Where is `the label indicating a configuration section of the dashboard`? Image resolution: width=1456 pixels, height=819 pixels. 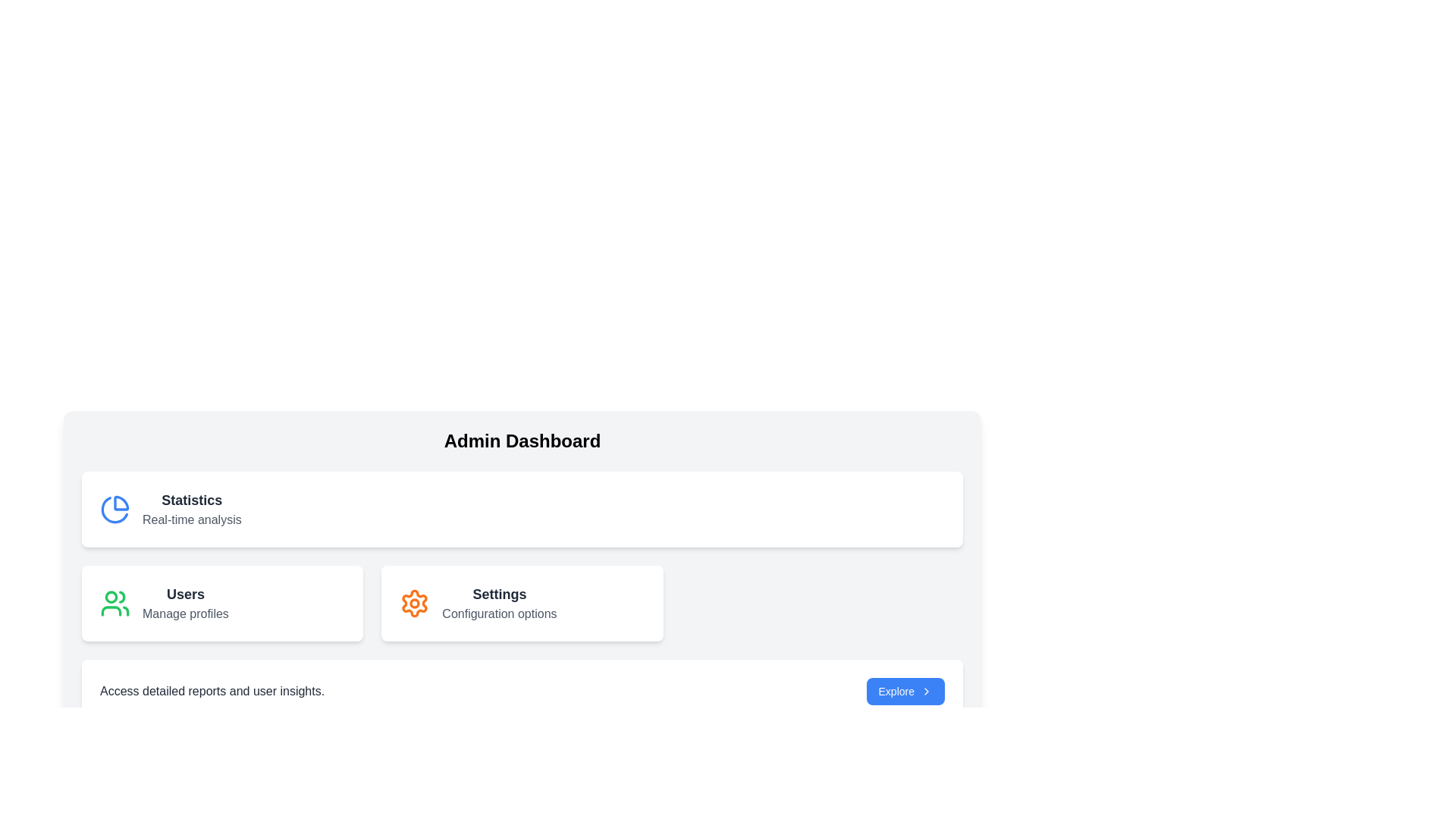
the label indicating a configuration section of the dashboard is located at coordinates (499, 602).